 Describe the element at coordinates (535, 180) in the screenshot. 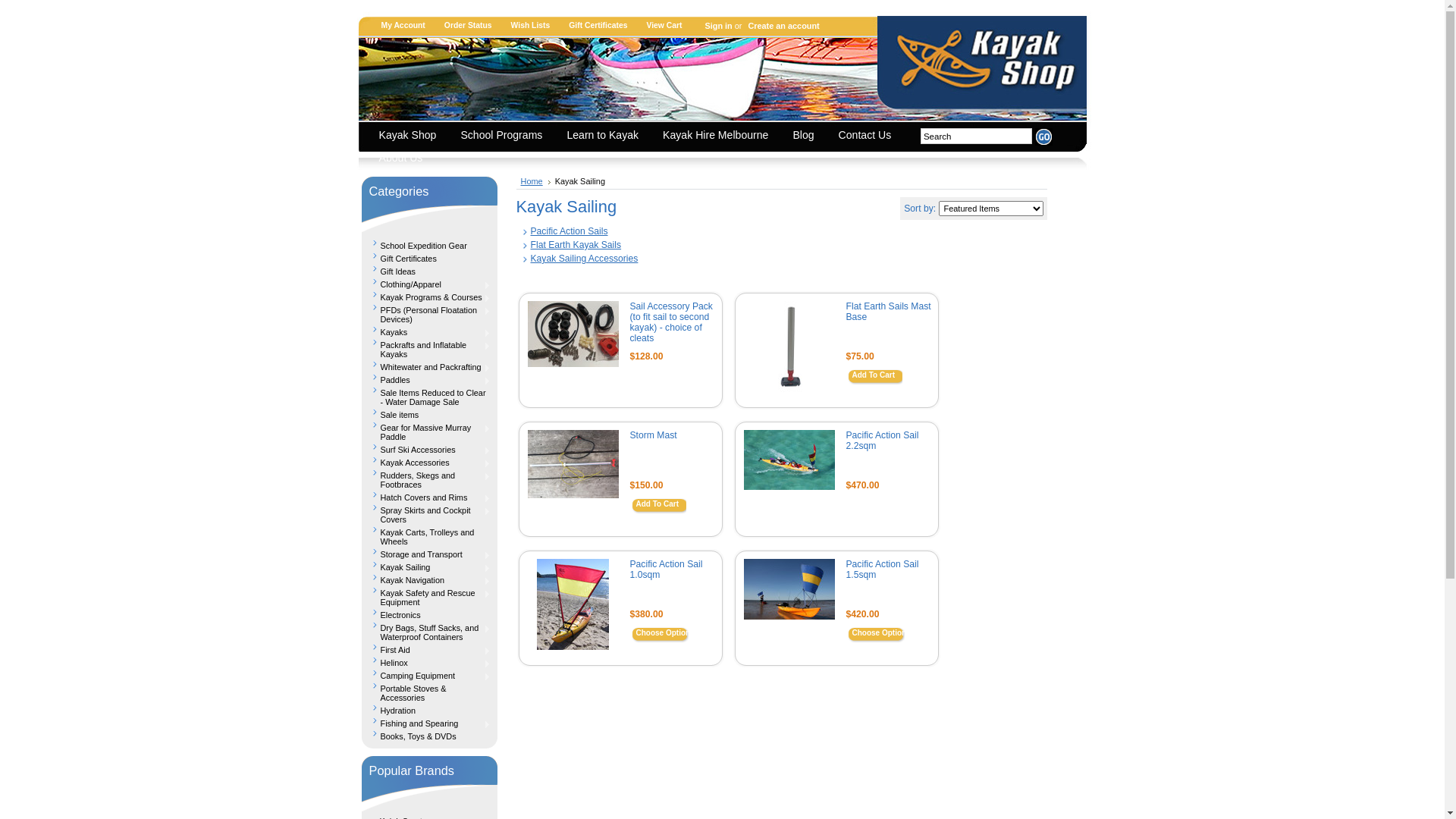

I see `'Home'` at that location.